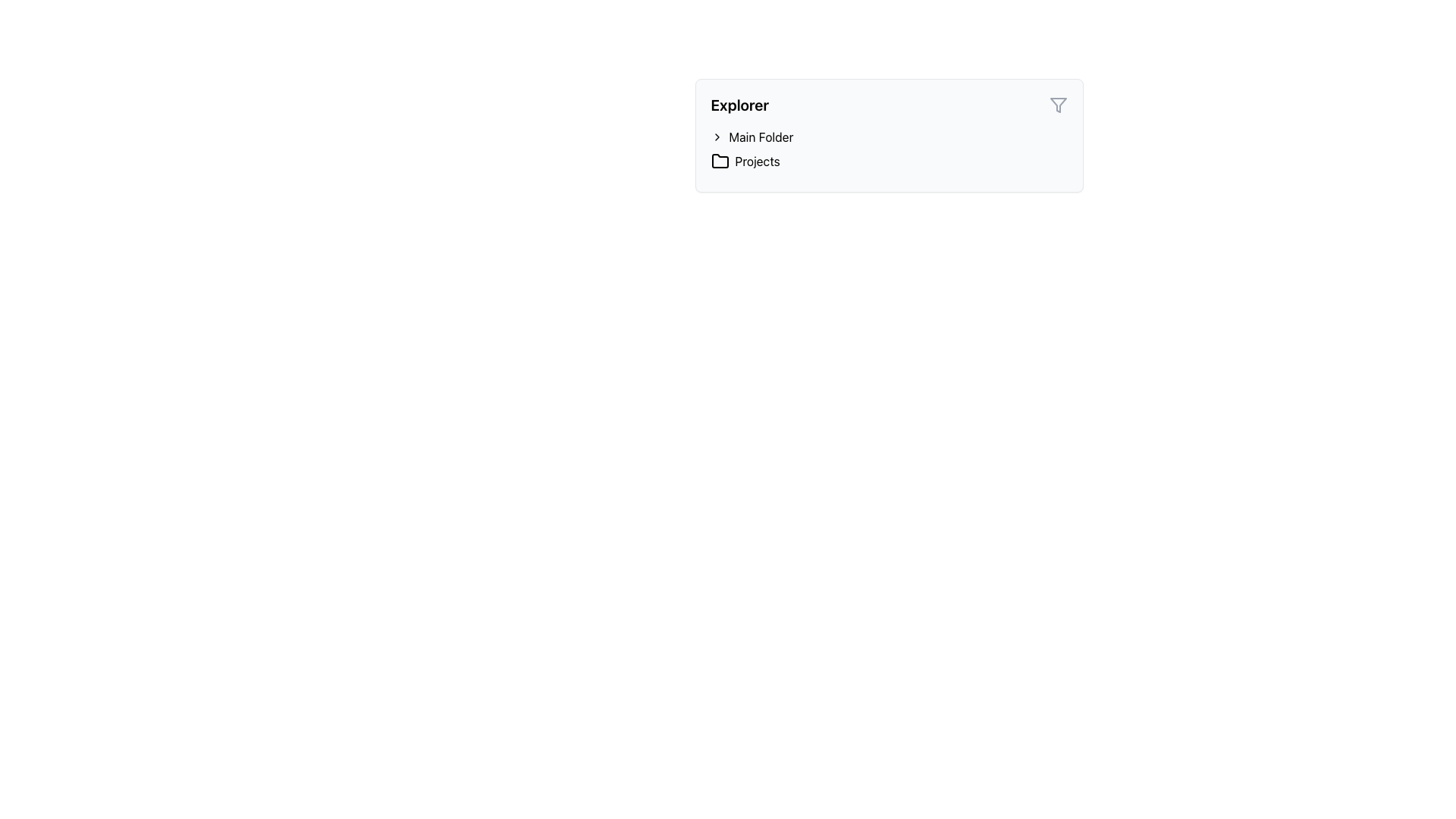  What do you see at coordinates (761, 137) in the screenshot?
I see `the text label that serves as a title for the 'Main Folder', which is located to the right of a chevron icon and above an item labeled 'Projects'` at bounding box center [761, 137].